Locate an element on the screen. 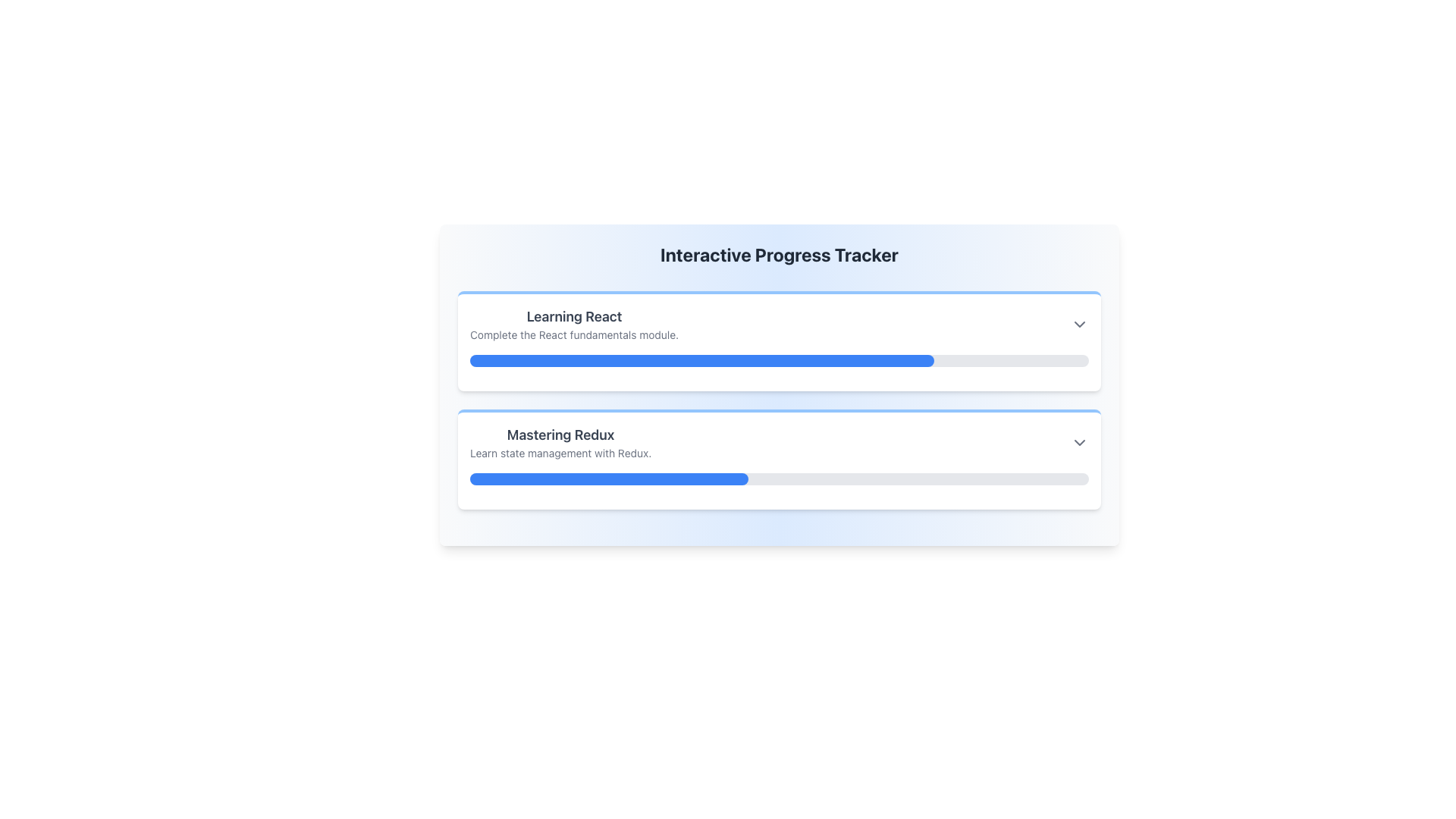 Image resolution: width=1456 pixels, height=819 pixels. text label that says 'Mastering Redux', which is displayed in bold and dark gray, located below the 'Interactive Progress Tracker' section is located at coordinates (560, 435).